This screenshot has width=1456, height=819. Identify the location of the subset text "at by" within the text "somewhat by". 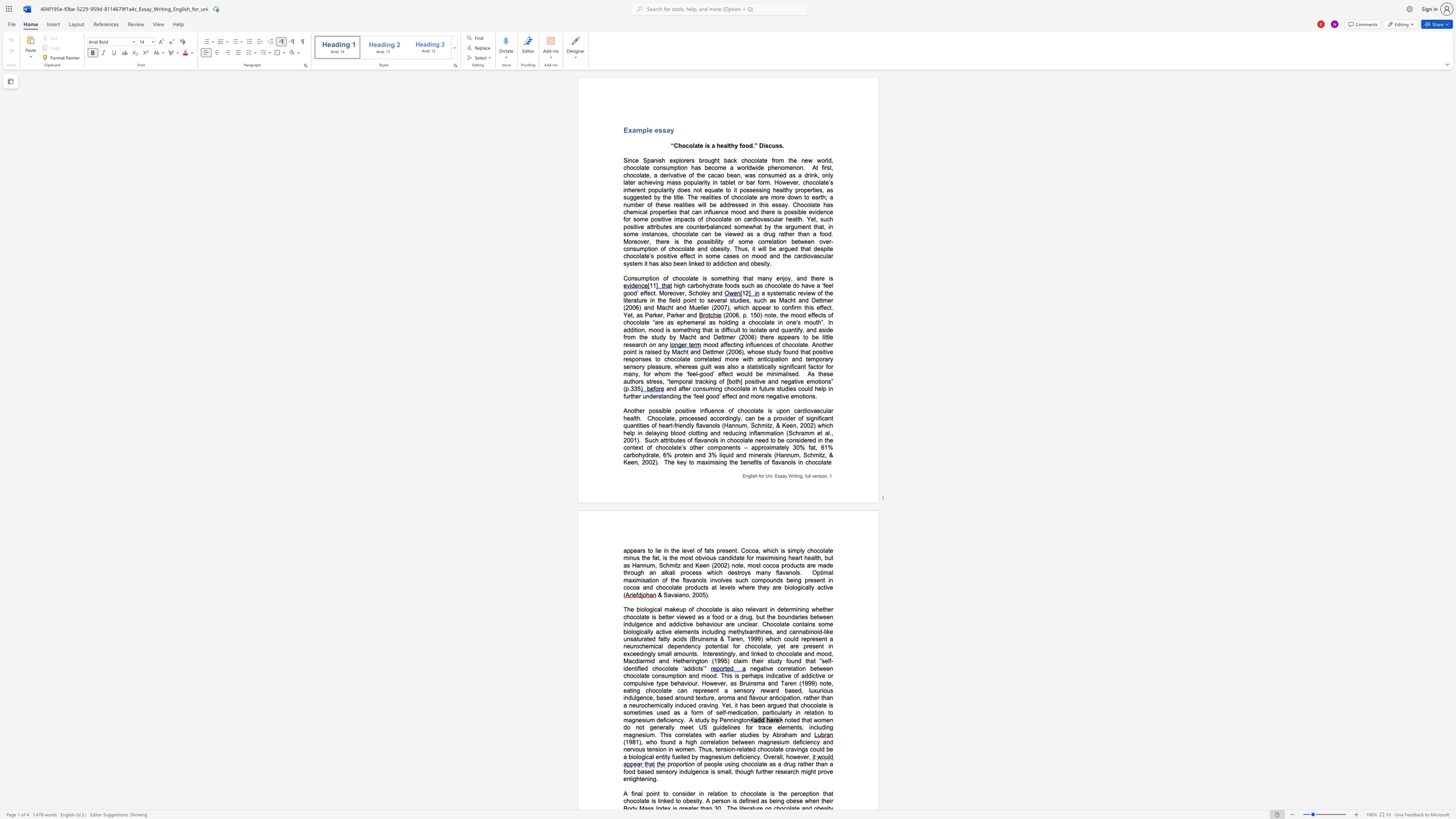
(757, 226).